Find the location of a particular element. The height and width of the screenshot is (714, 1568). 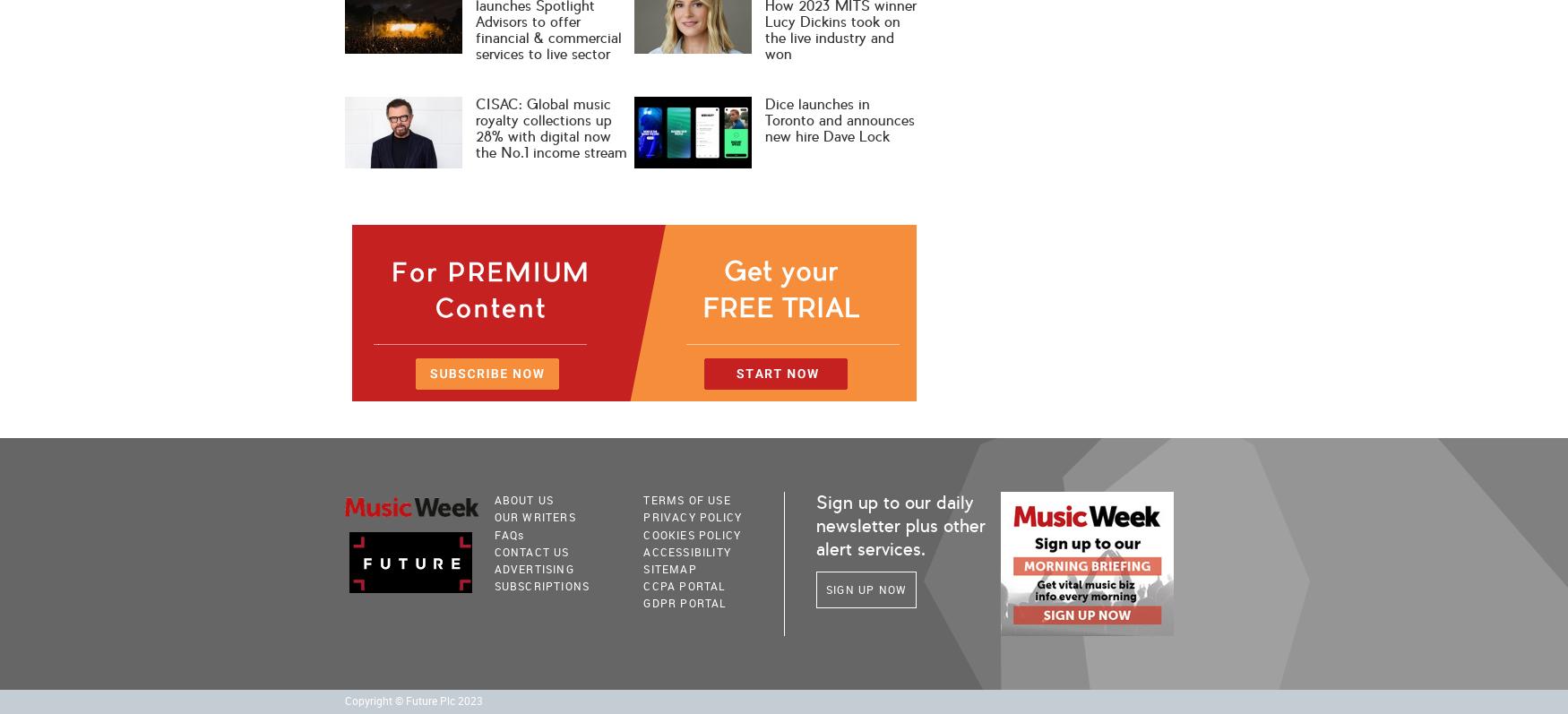

'Privacy Manager' is located at coordinates (683, 617).